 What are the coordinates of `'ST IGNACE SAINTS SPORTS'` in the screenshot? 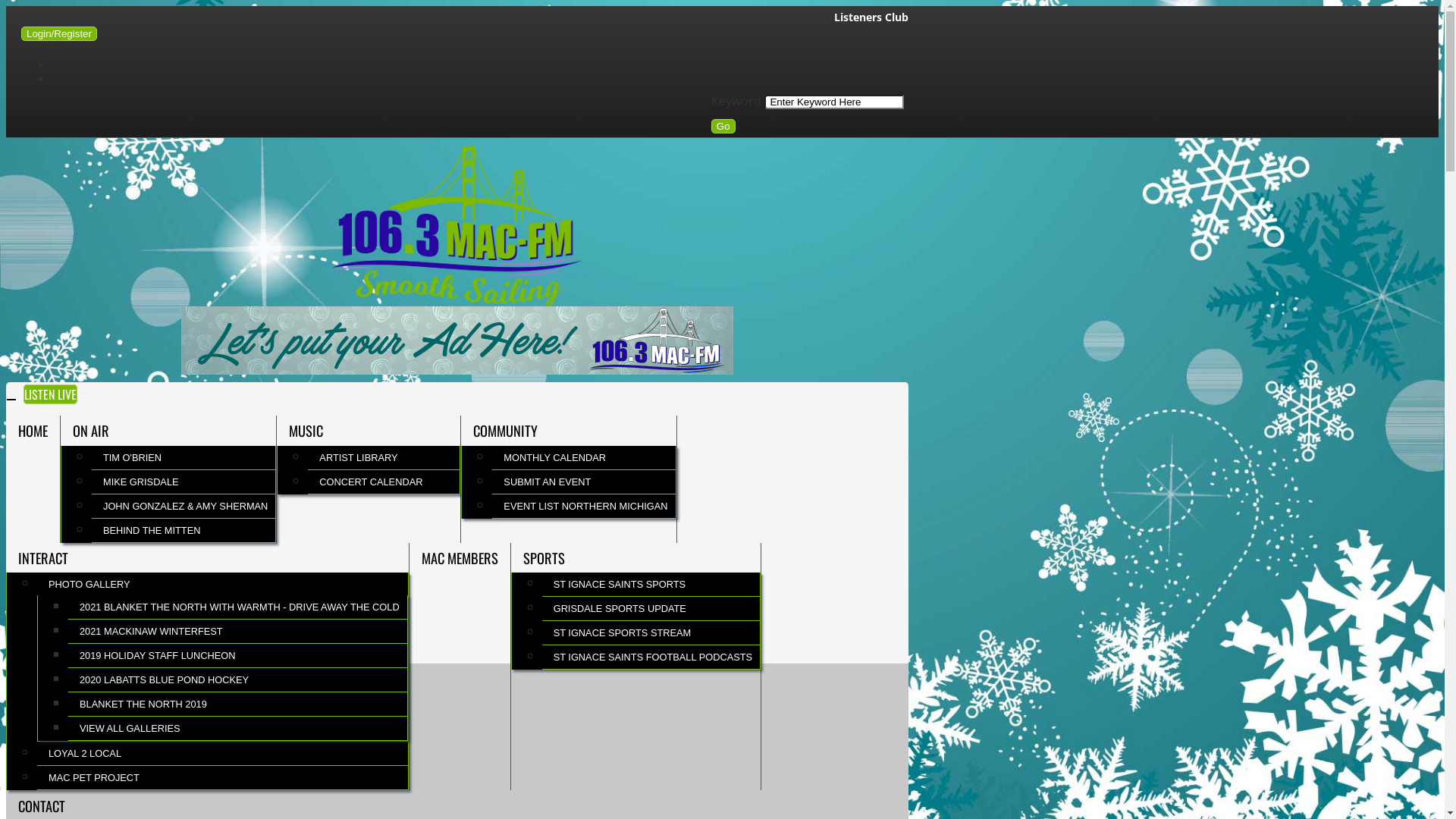 It's located at (651, 583).